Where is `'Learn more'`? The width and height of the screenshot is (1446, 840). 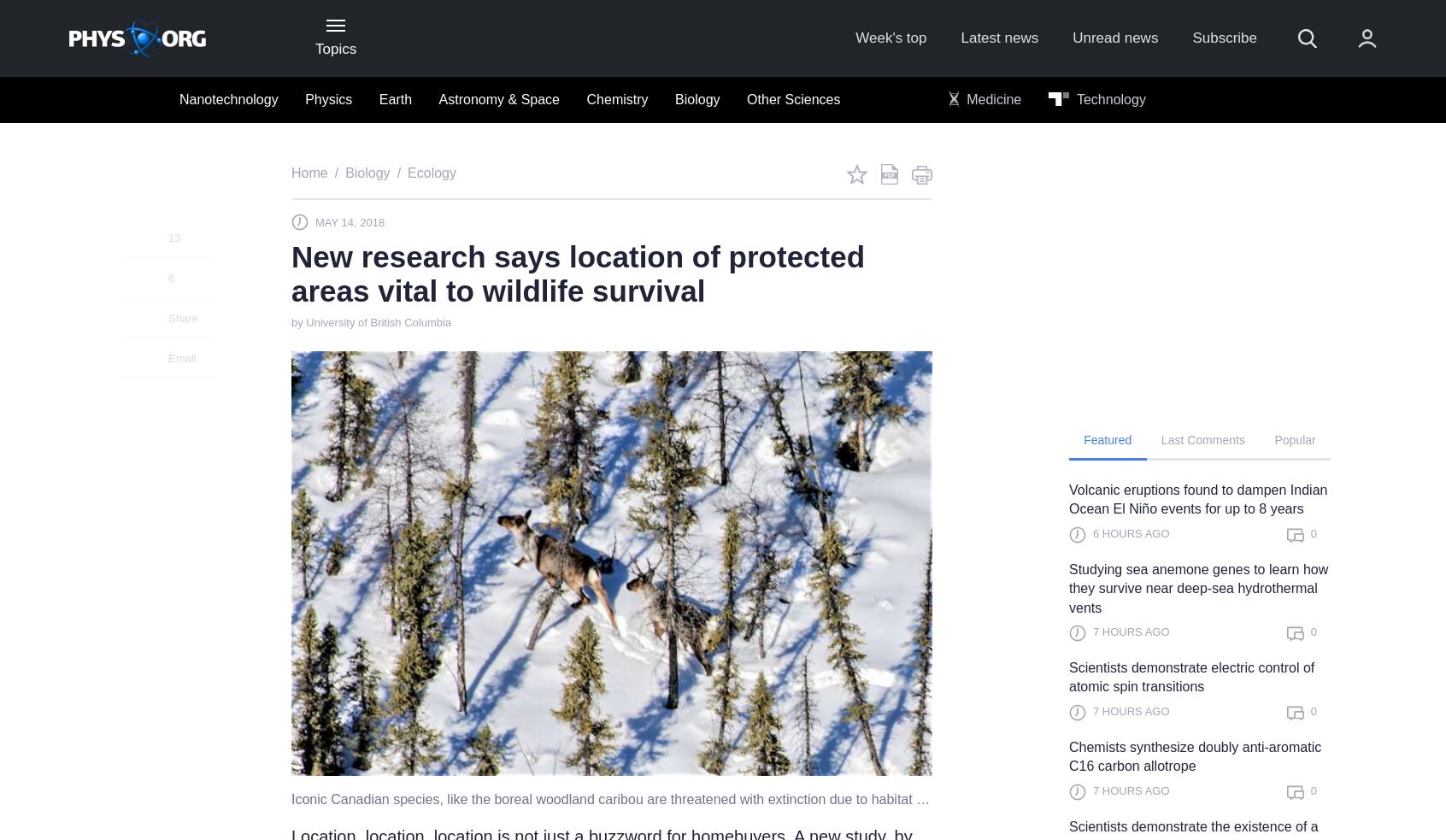
'Learn more' is located at coordinates (1168, 436).